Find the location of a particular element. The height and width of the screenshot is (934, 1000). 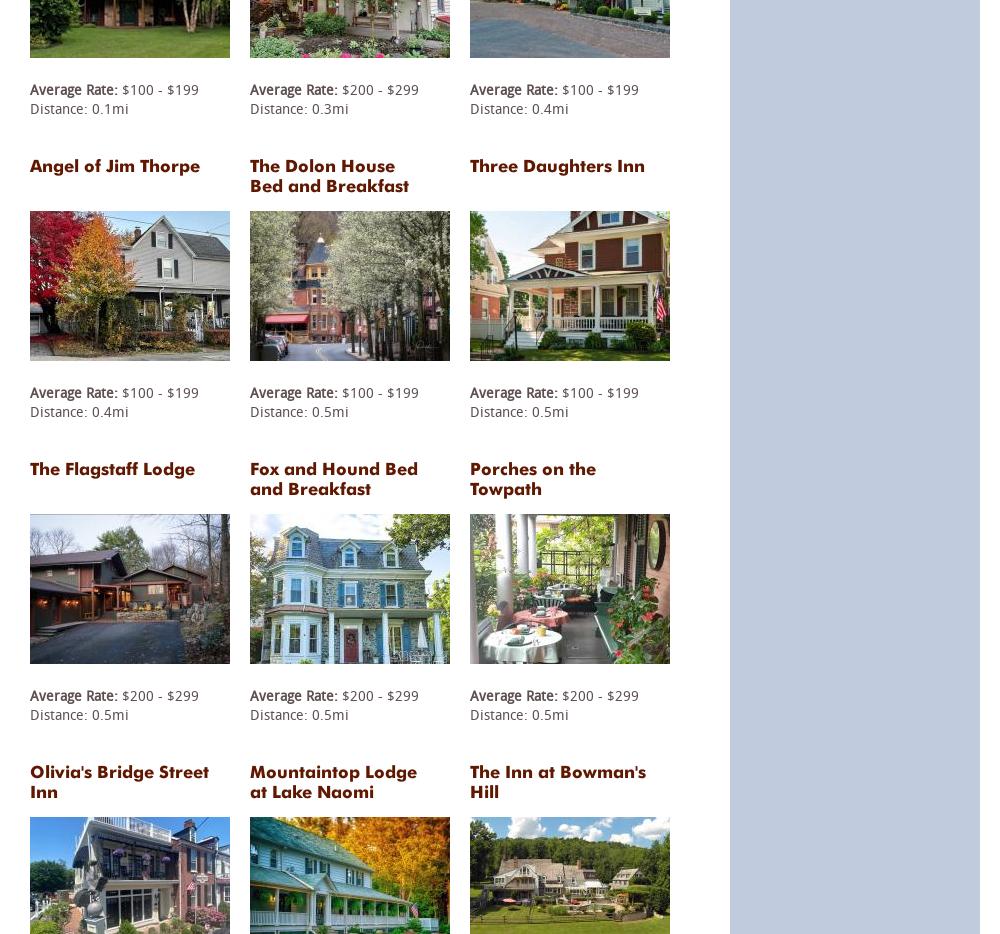

'Mountaintop Lodge at Lake Naomi' is located at coordinates (332, 780).